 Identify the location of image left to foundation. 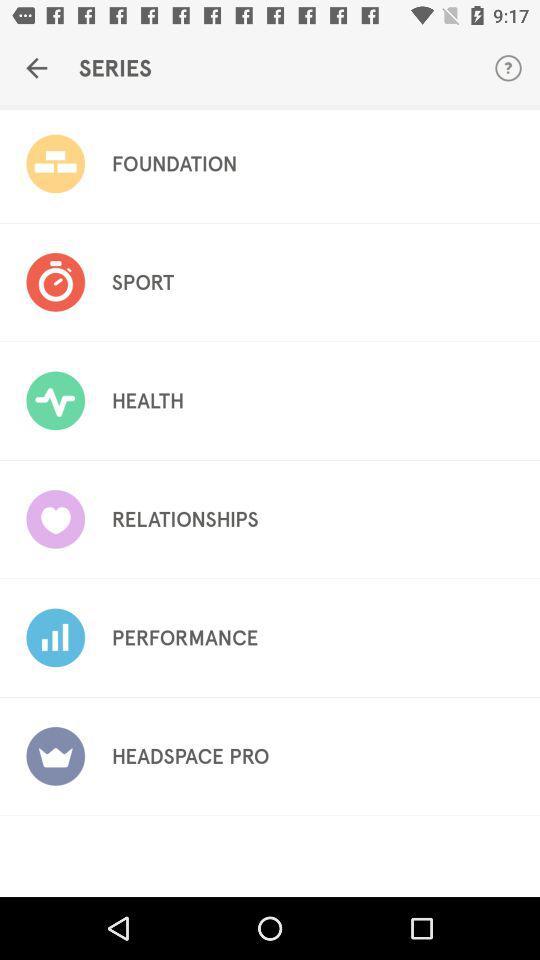
(55, 162).